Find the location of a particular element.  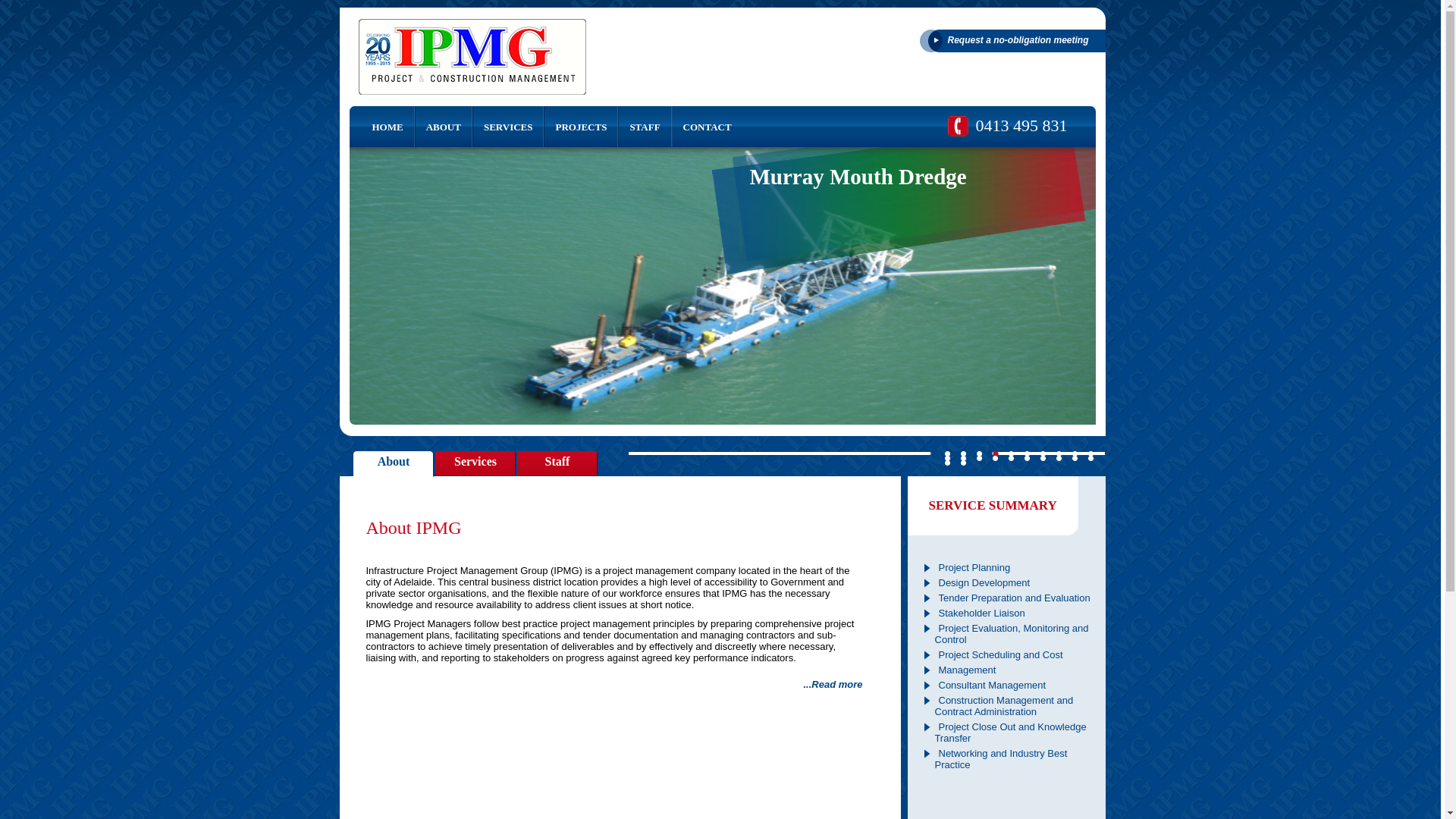

'3' is located at coordinates (979, 452).